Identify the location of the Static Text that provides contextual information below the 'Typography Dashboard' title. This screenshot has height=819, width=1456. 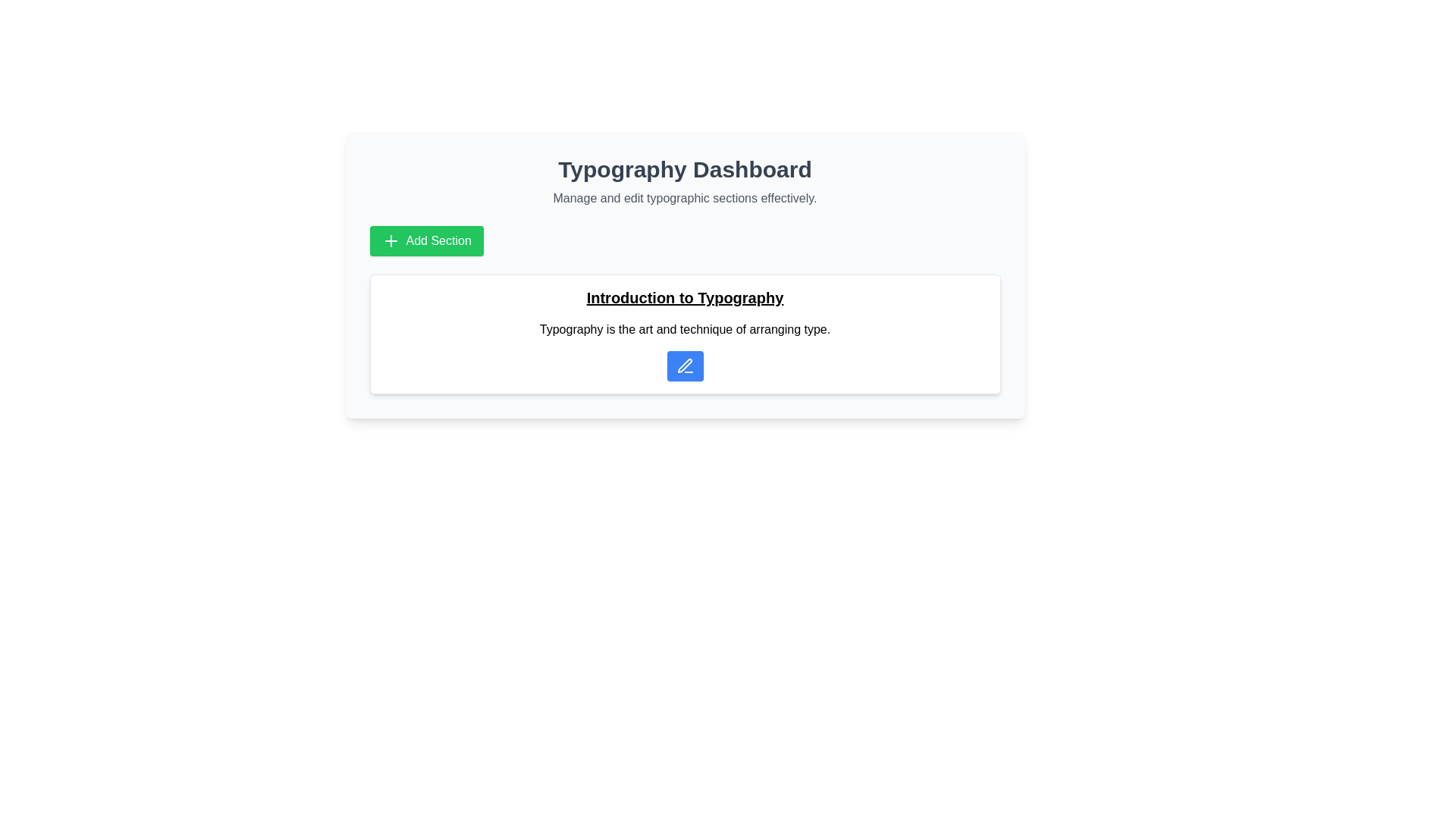
(684, 198).